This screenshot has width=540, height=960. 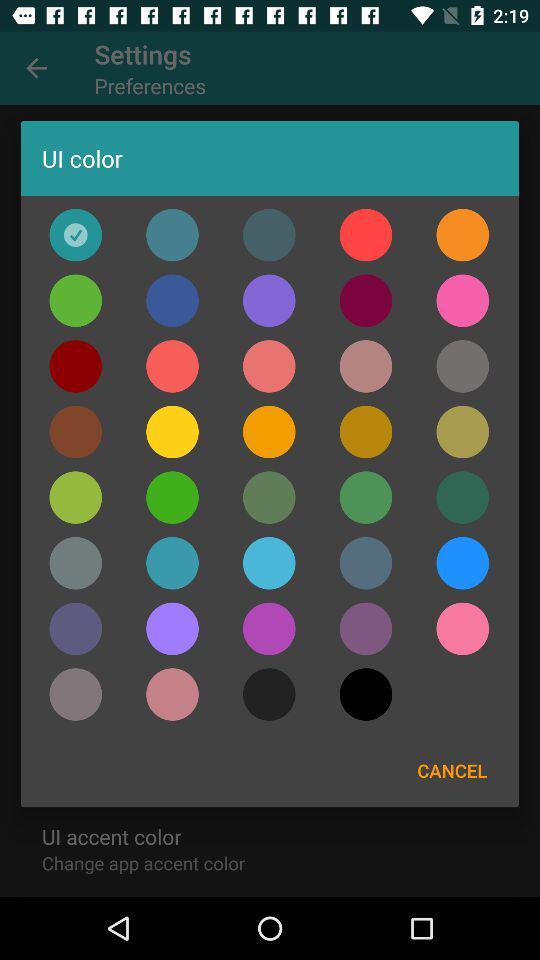 I want to click on ui color, so click(x=74, y=235).